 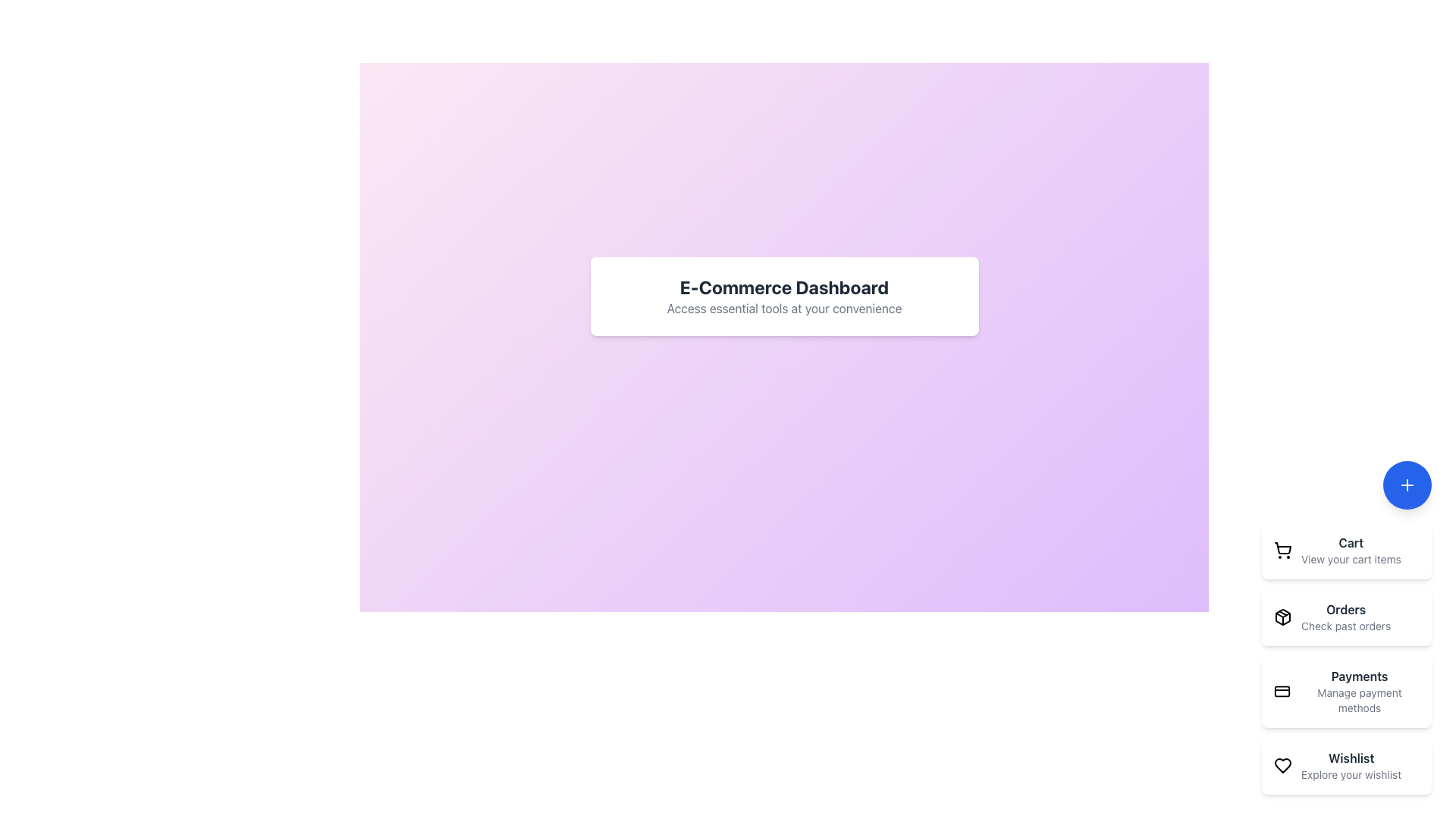 I want to click on the Text label that provides navigation to the past orders page, located below the 'Cart/View your cart items' and above the 'Payments/Manage payment methods' elements, so click(x=1346, y=617).